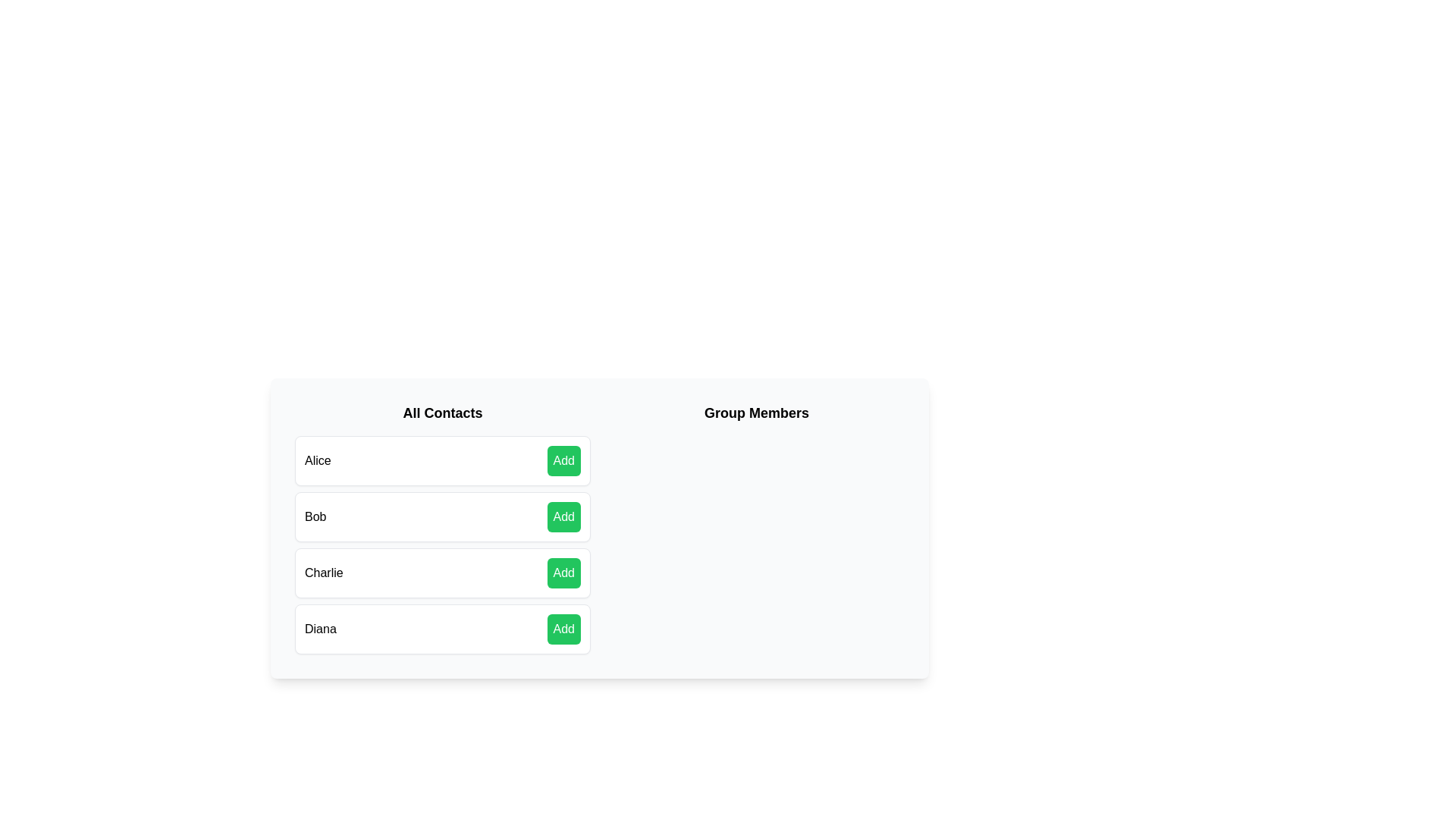 Image resolution: width=1456 pixels, height=819 pixels. Describe the element at coordinates (563, 629) in the screenshot. I see `'Add' button next to the contact Diana to add them to the group` at that location.